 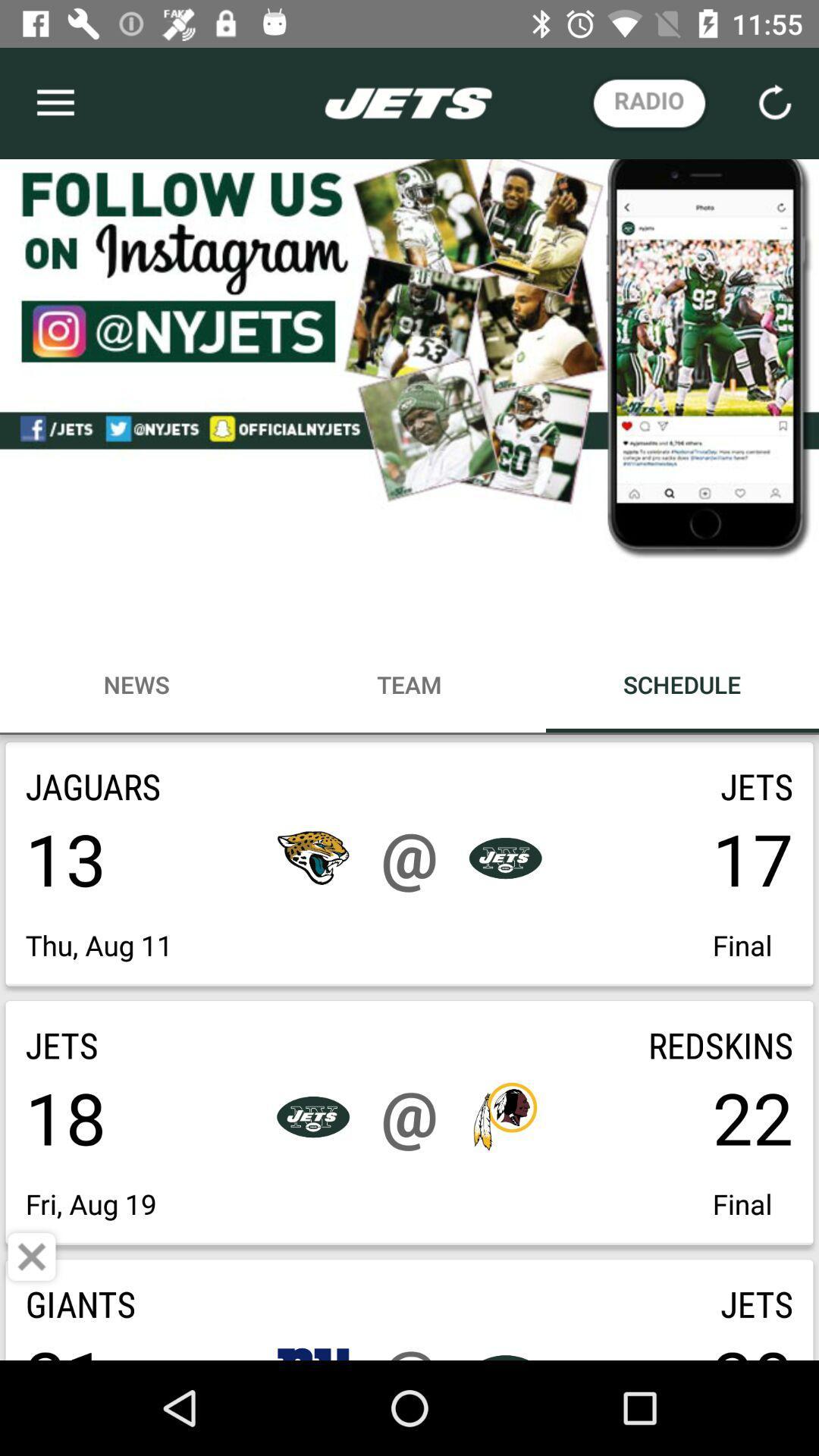 I want to click on the icon to the left of jets item, so click(x=32, y=1257).